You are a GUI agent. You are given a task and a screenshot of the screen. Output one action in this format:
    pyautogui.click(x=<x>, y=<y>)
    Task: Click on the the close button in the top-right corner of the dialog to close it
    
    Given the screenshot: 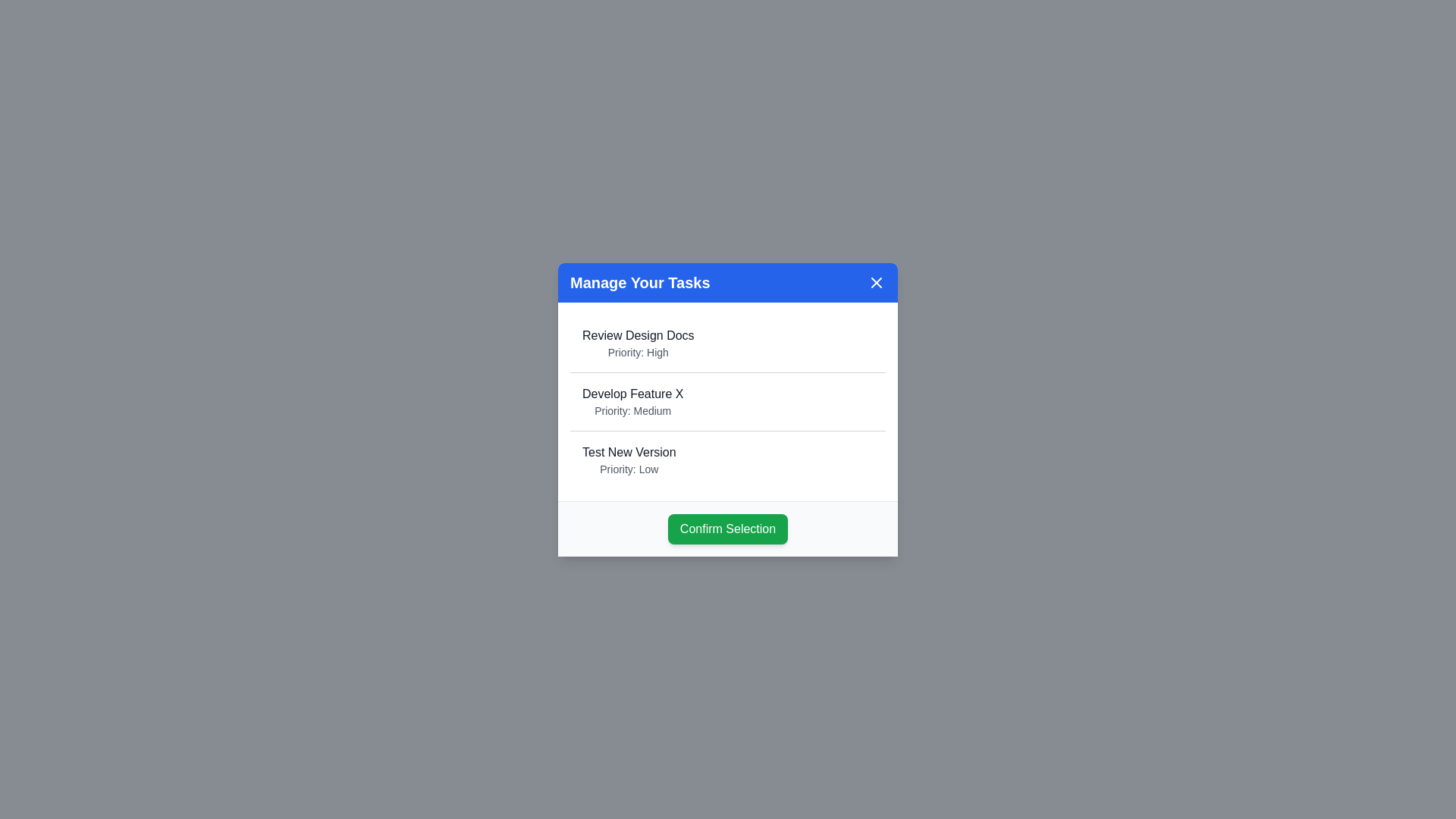 What is the action you would take?
    pyautogui.click(x=877, y=282)
    